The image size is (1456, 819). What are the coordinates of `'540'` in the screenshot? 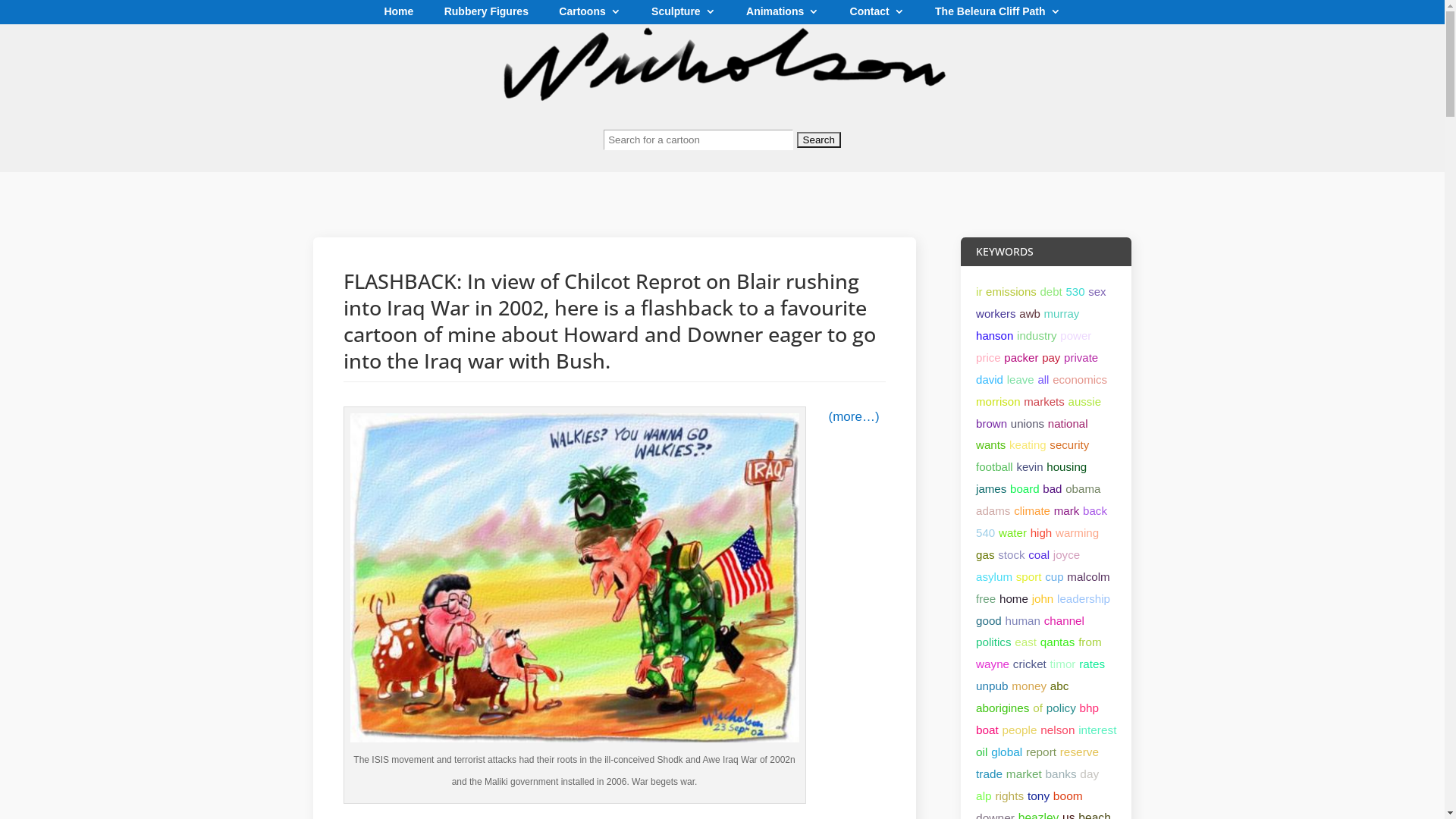 It's located at (985, 532).